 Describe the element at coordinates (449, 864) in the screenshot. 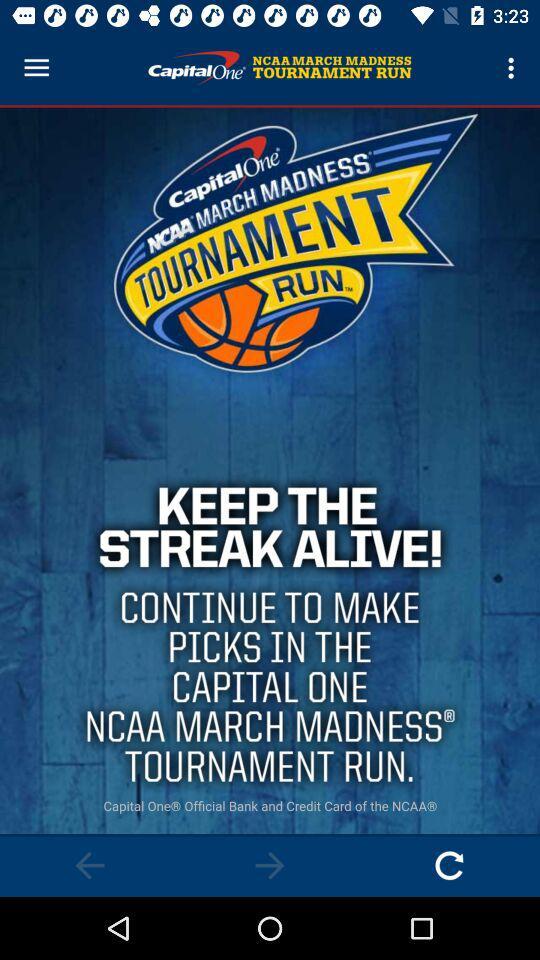

I see `refresh` at that location.